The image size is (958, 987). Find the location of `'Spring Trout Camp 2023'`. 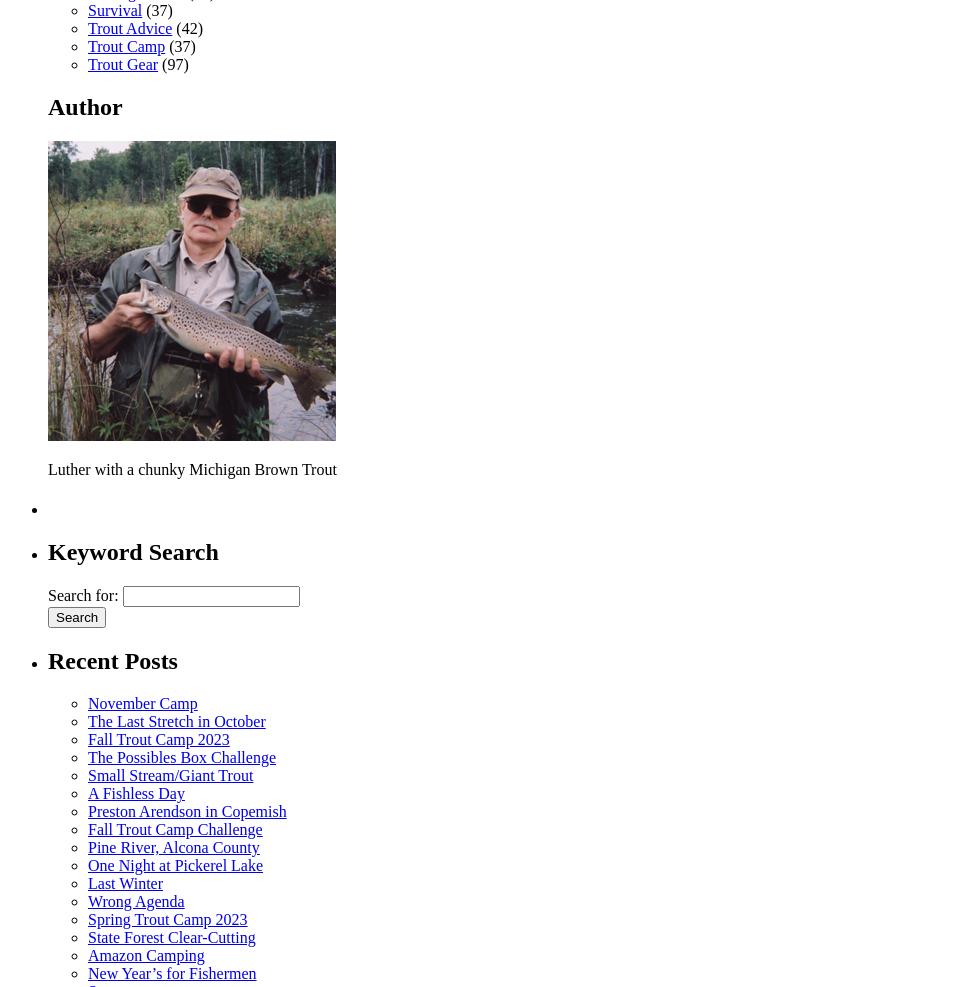

'Spring Trout Camp 2023' is located at coordinates (166, 918).